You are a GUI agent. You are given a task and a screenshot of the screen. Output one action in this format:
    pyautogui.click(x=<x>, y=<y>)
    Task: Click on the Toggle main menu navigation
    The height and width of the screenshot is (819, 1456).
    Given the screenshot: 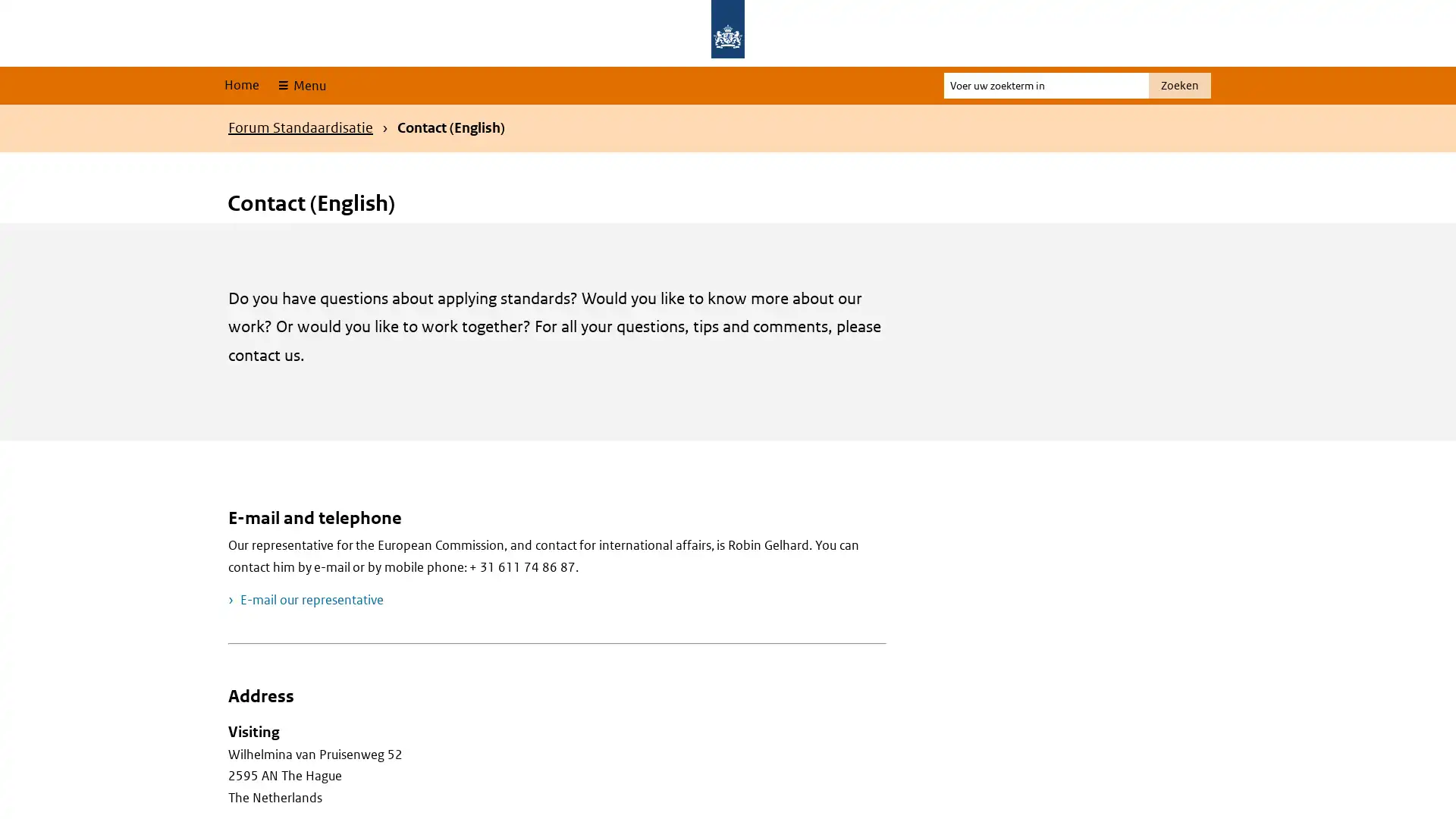 What is the action you would take?
    pyautogui.click(x=300, y=85)
    